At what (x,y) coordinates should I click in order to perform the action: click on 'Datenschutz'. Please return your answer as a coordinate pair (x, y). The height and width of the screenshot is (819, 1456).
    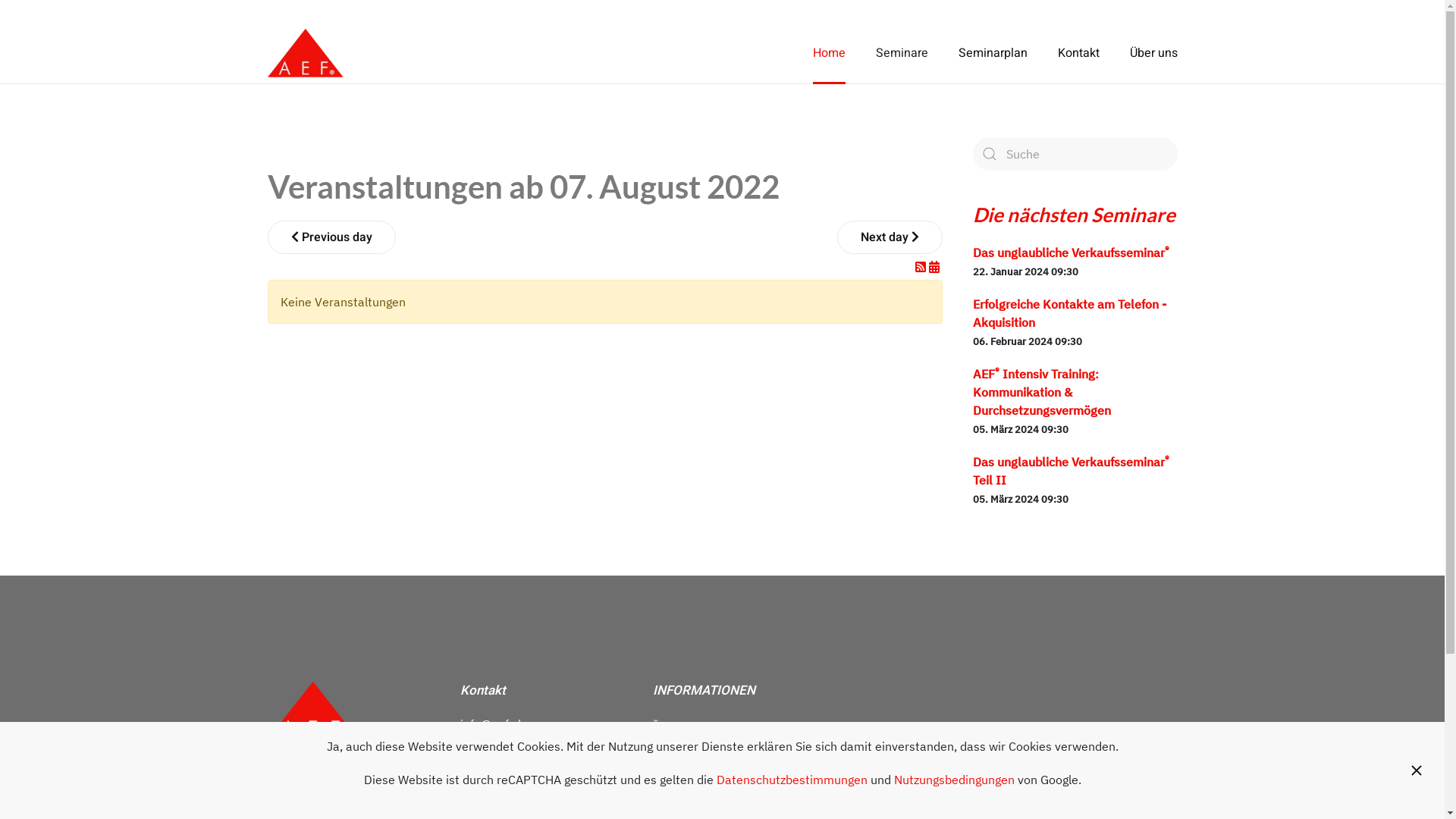
    Looking at the image, I should click on (686, 748).